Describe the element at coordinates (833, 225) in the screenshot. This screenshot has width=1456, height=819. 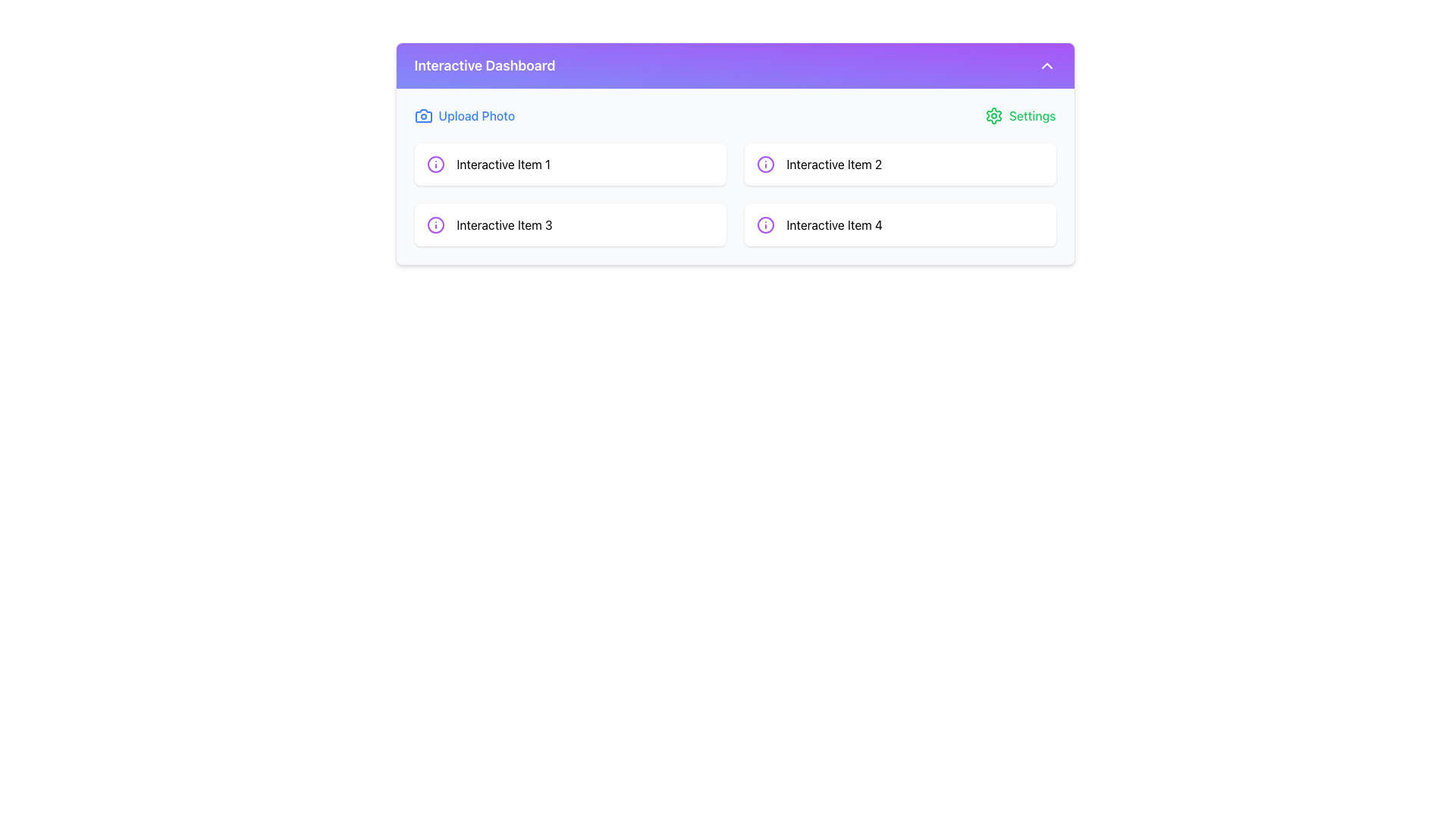
I see `the main descriptive text label located in the bottom-right card of the two-by-two grid arrangement, which is positioned to the right of an info icon` at that location.